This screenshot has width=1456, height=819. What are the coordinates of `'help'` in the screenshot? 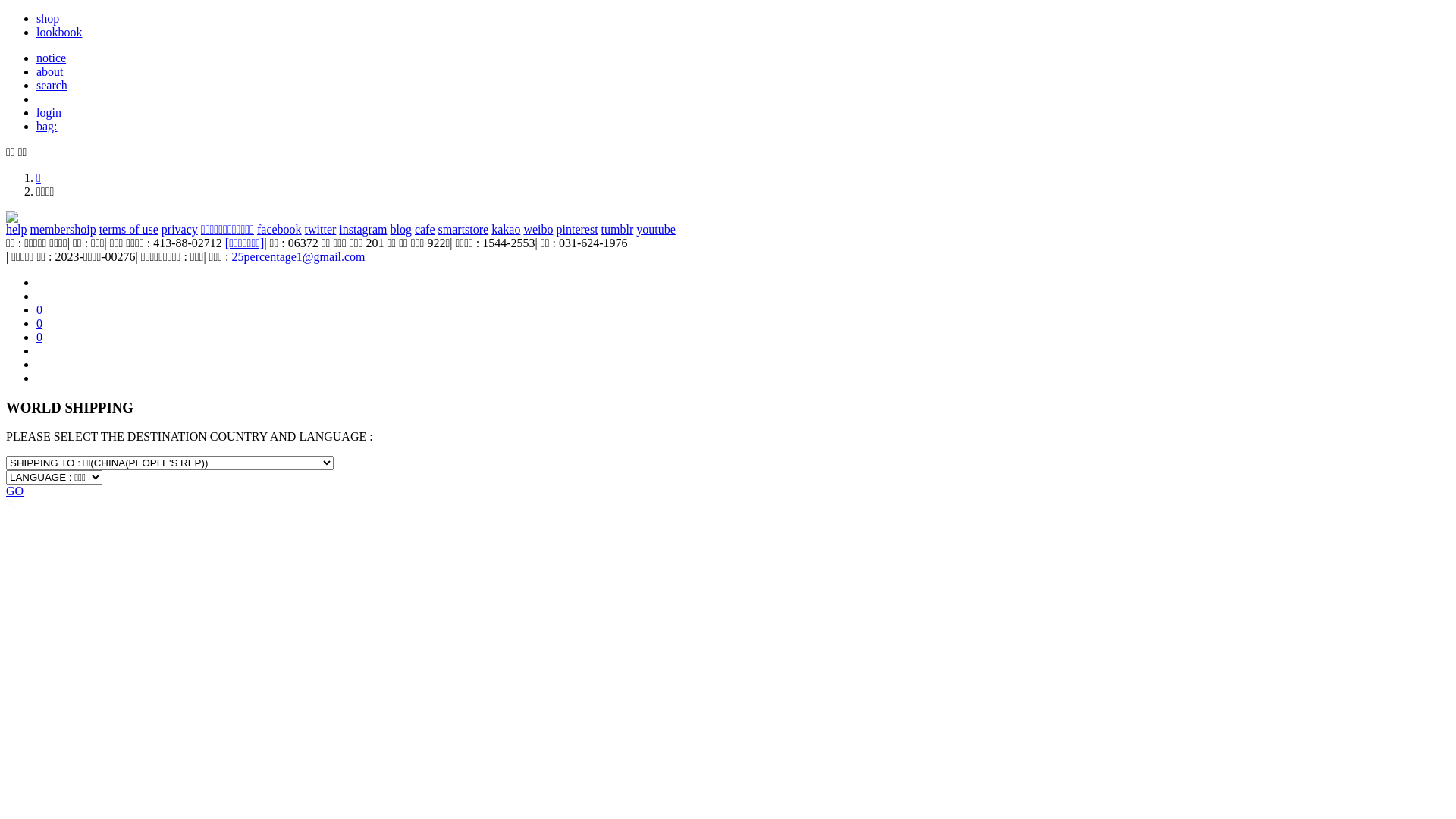 It's located at (17, 229).